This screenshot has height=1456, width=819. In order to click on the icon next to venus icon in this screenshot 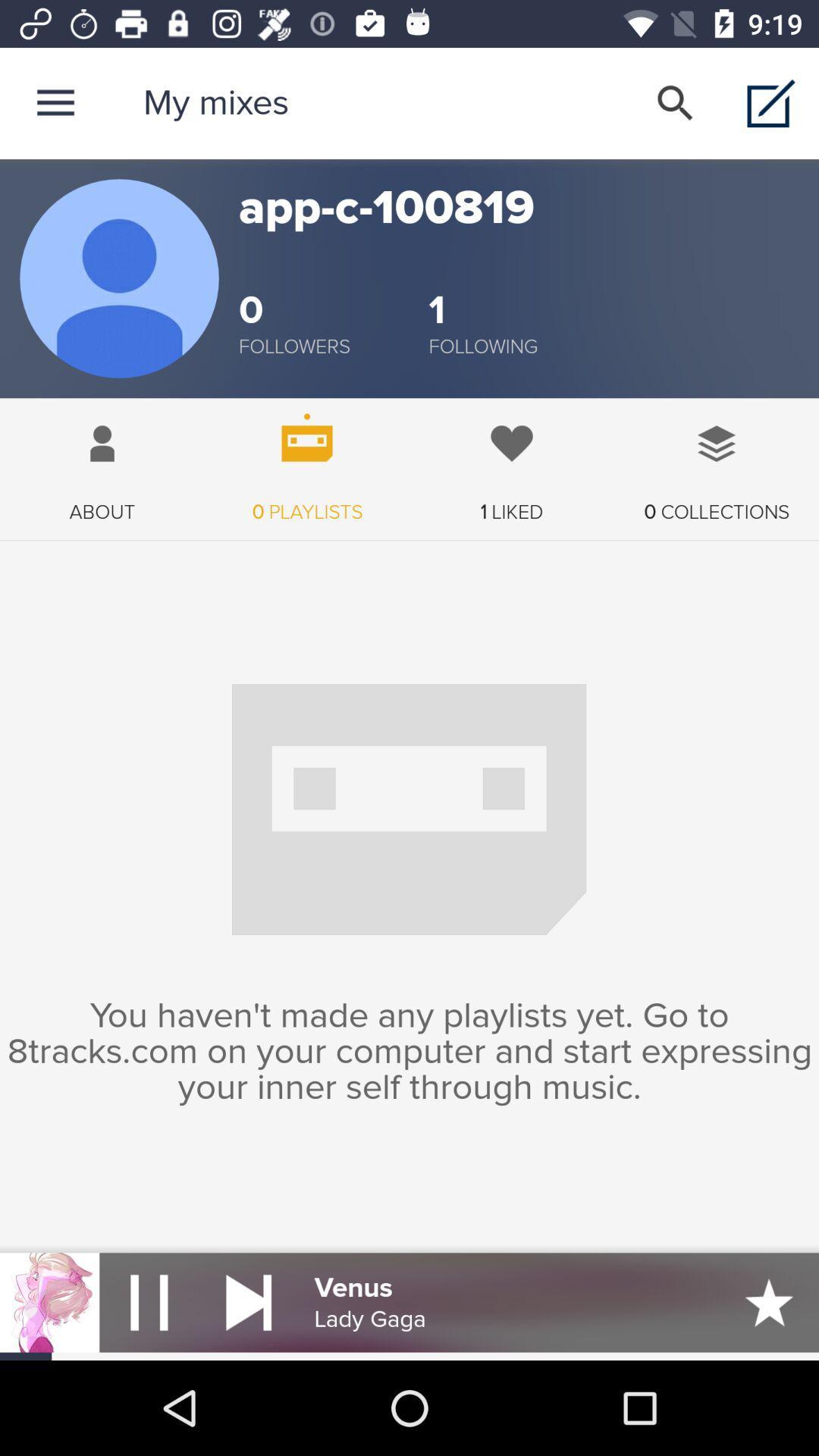, I will do `click(248, 1301)`.